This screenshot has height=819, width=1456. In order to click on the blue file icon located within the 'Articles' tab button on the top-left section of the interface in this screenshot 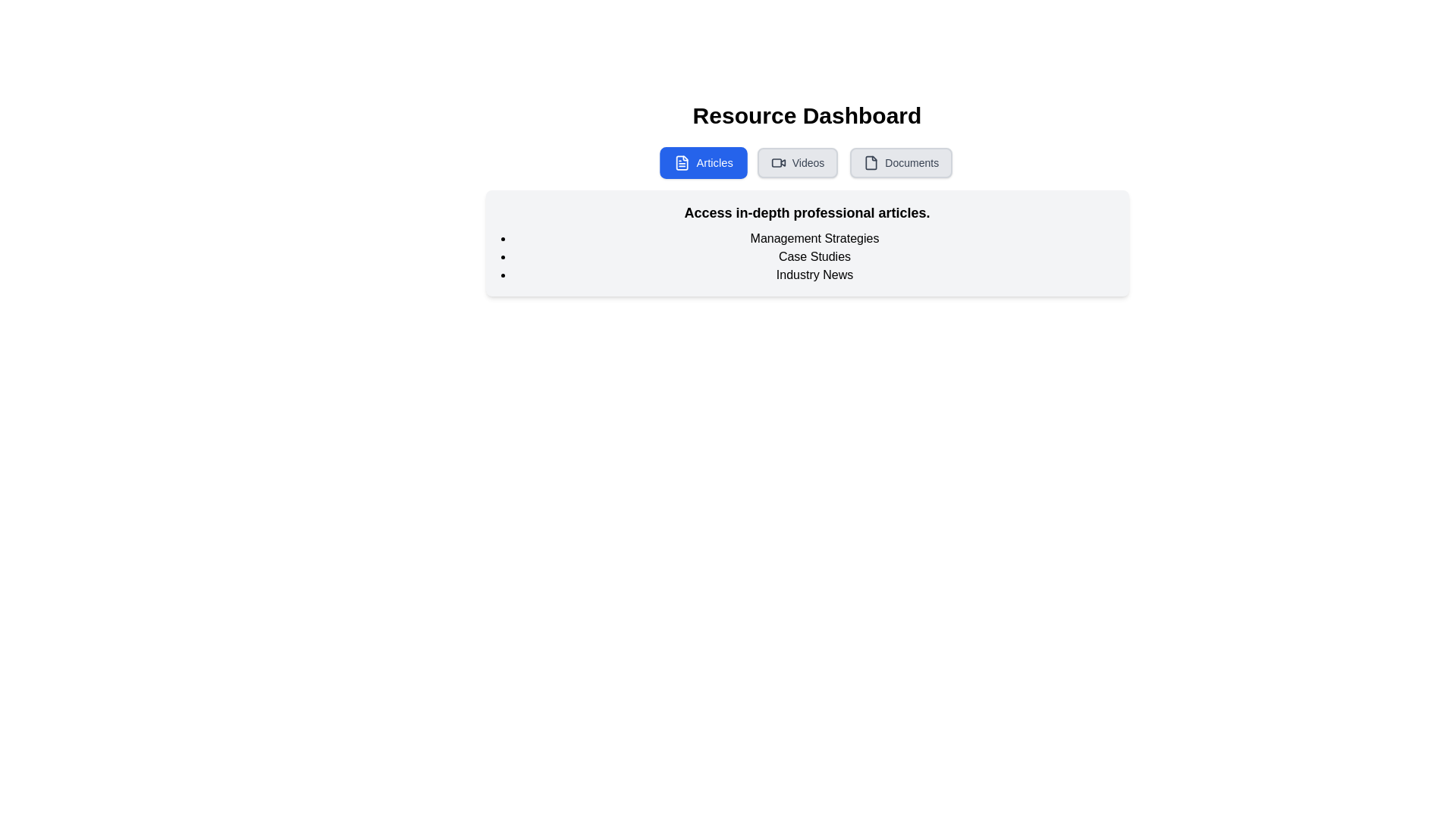, I will do `click(681, 163)`.